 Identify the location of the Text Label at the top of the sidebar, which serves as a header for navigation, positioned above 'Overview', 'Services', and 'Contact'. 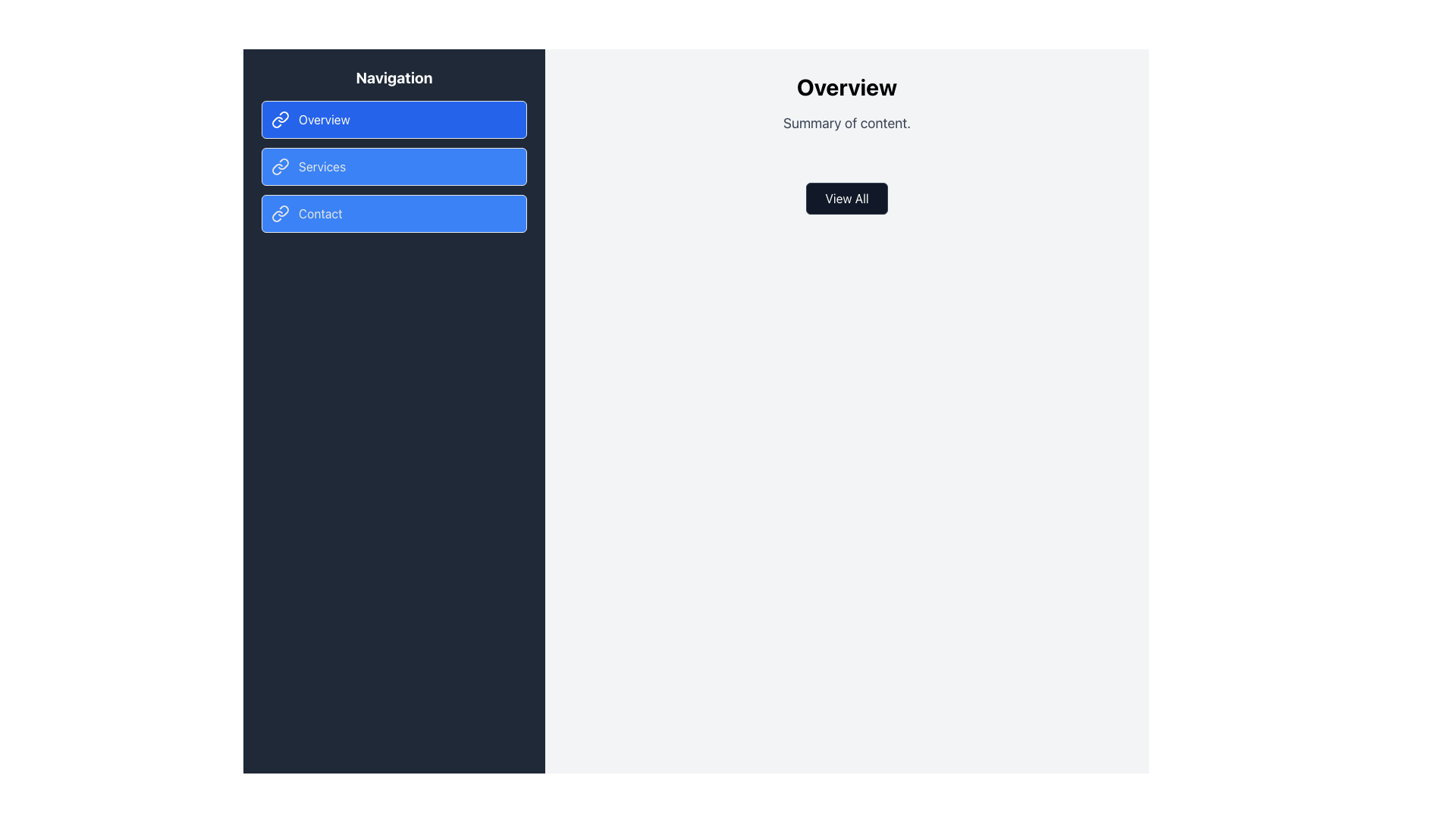
(394, 78).